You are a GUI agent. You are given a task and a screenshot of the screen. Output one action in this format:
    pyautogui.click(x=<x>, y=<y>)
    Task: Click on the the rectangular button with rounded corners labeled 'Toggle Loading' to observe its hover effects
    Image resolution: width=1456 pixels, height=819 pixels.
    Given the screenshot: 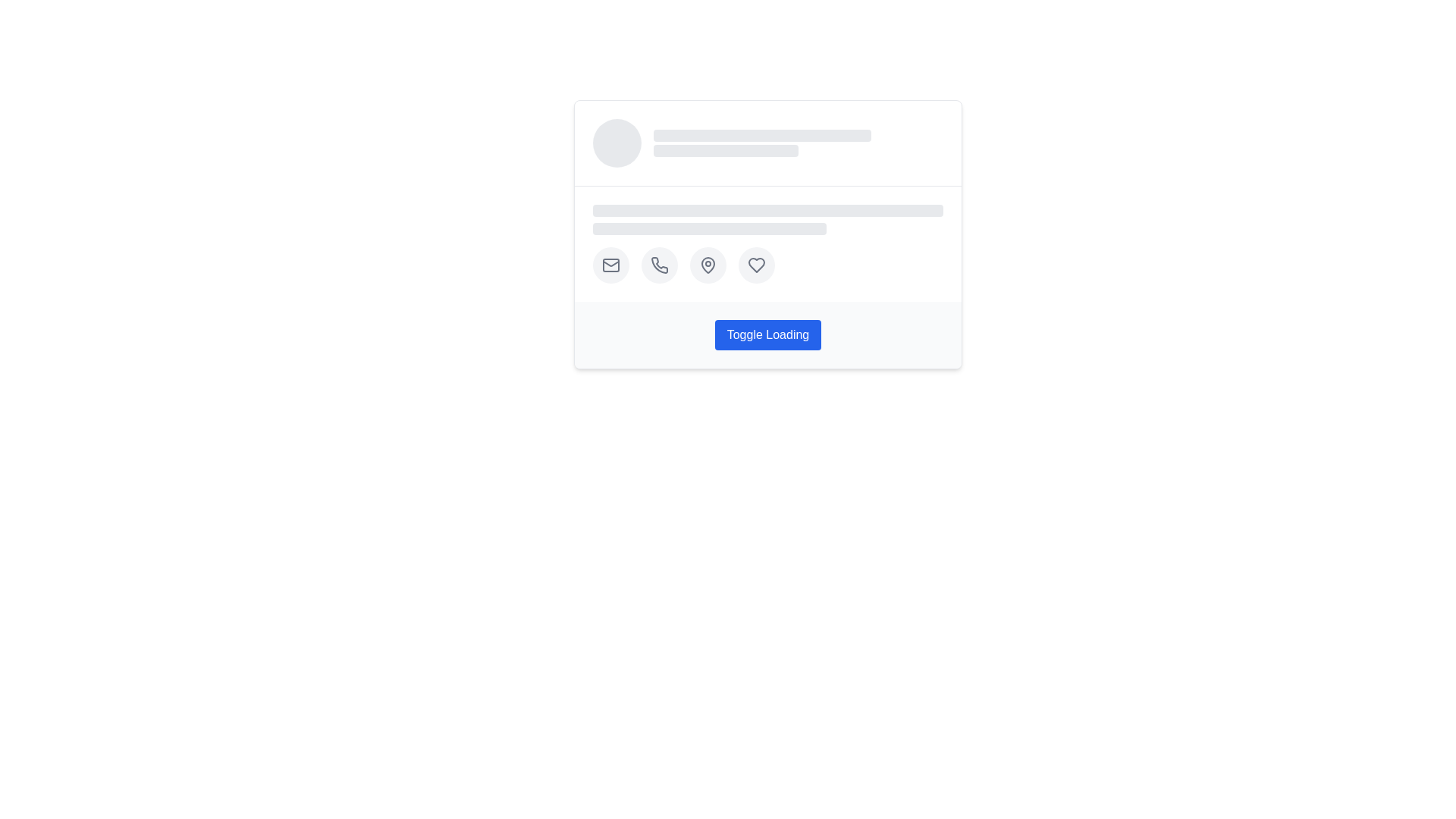 What is the action you would take?
    pyautogui.click(x=767, y=334)
    